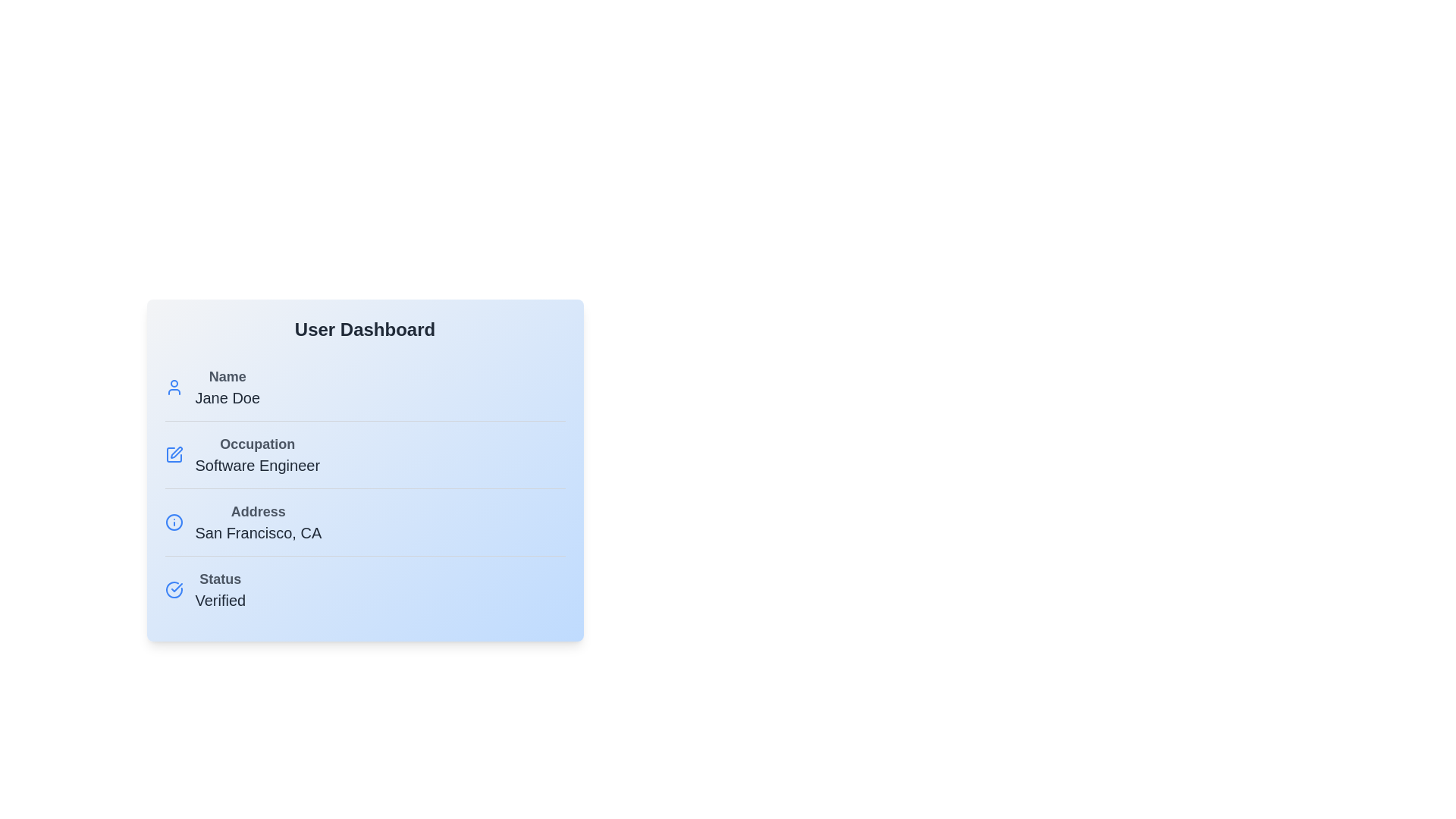 The height and width of the screenshot is (819, 1456). What do you see at coordinates (174, 386) in the screenshot?
I see `the blue user silhouette icon representing profile functionality, which is positioned to the far left of the text 'Name' and 'Jane Doe'` at bounding box center [174, 386].